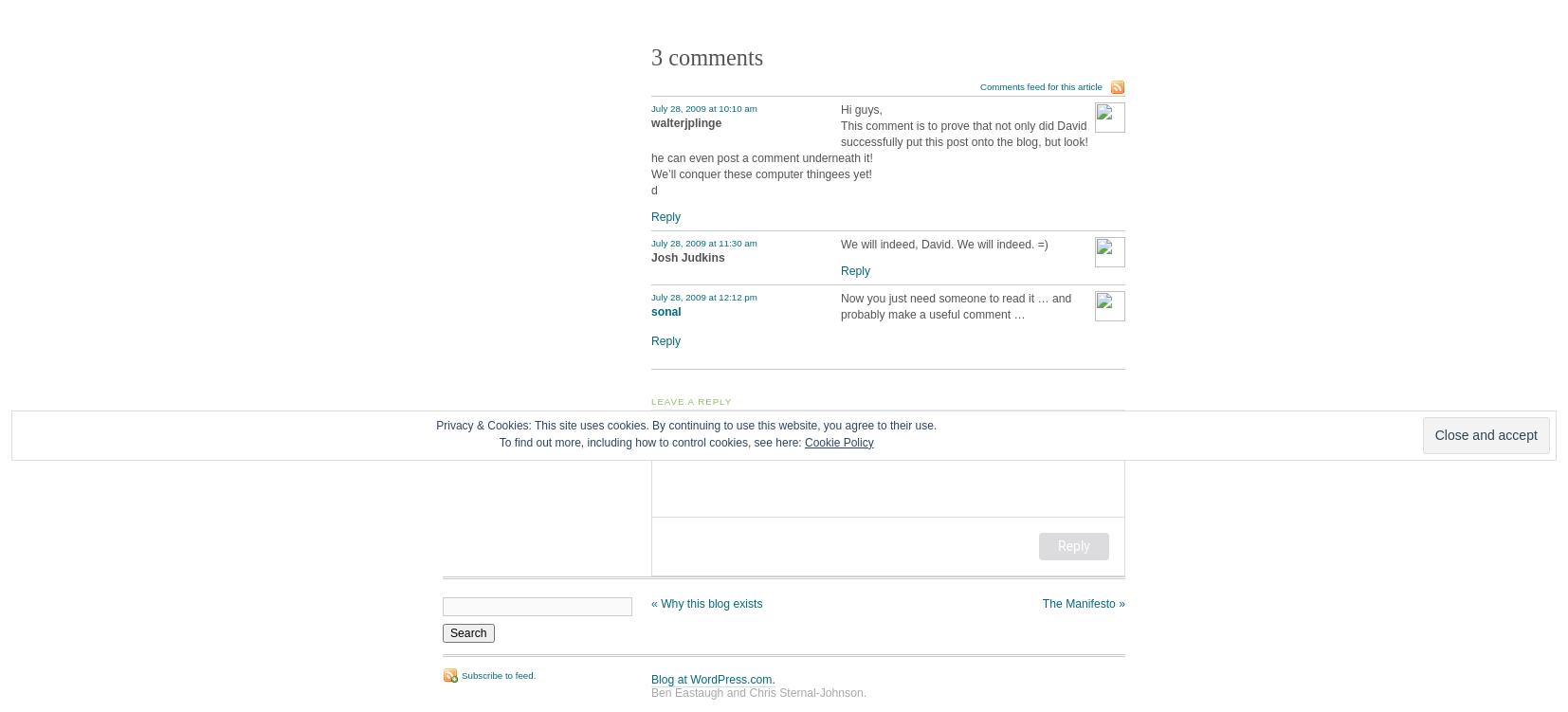 This screenshot has width=1568, height=712. I want to click on 'To find out more, including how to control cookies, see here:', so click(651, 441).